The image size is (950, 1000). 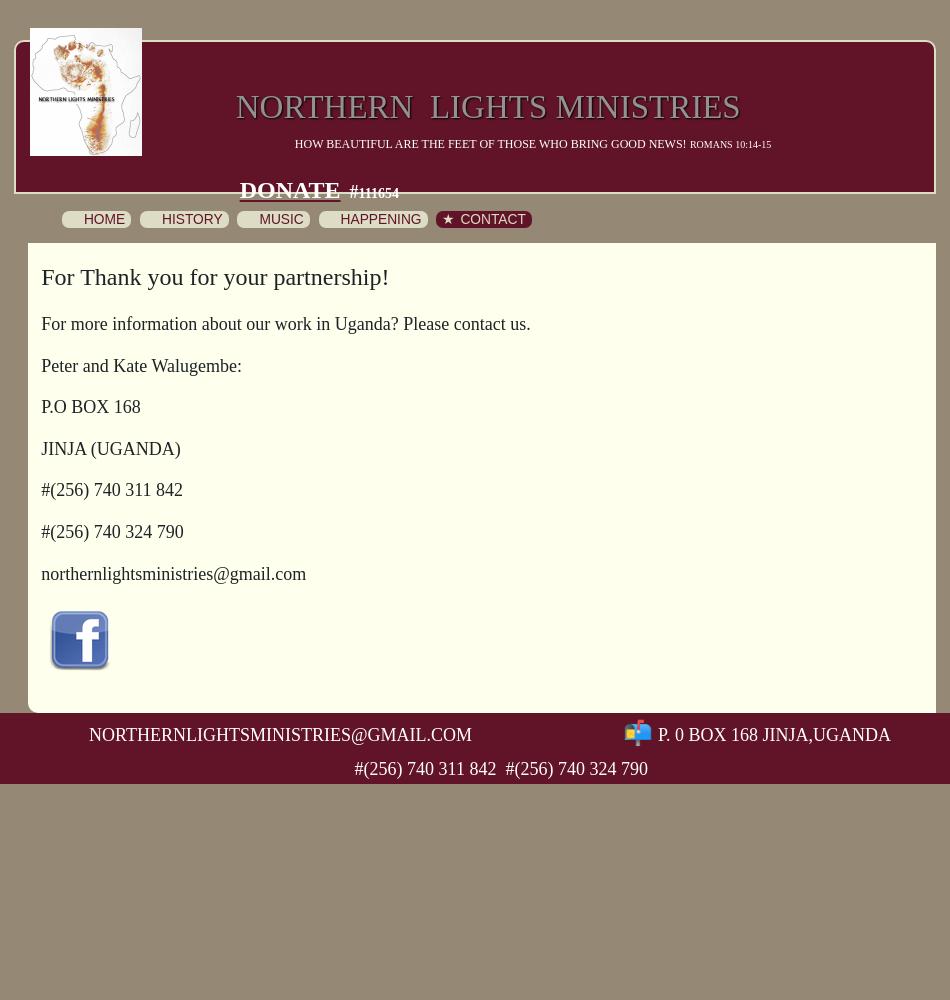 What do you see at coordinates (850, 733) in the screenshot?
I see `'Uganda'` at bounding box center [850, 733].